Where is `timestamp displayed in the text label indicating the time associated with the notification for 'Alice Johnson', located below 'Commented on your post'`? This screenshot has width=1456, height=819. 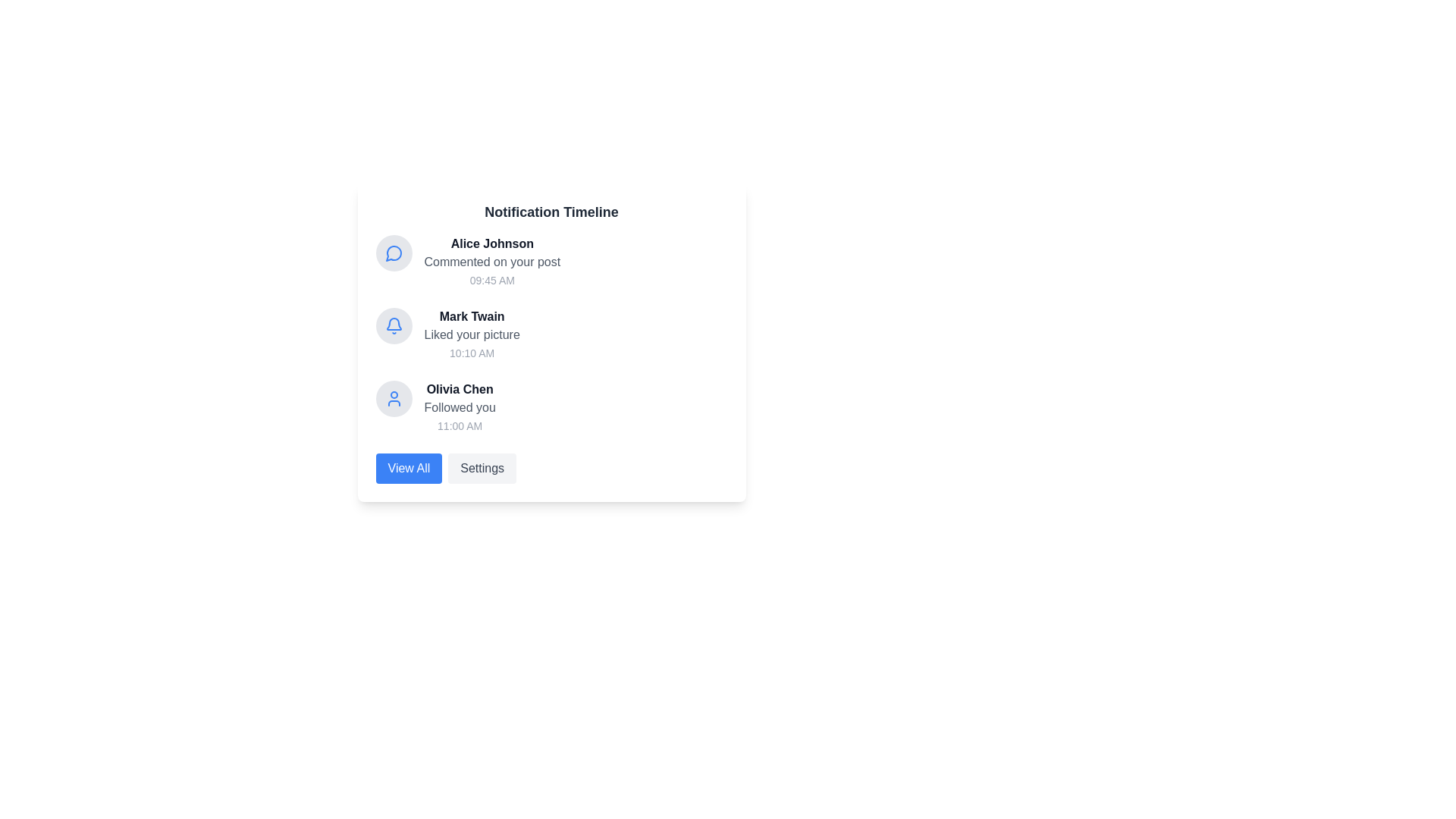
timestamp displayed in the text label indicating the time associated with the notification for 'Alice Johnson', located below 'Commented on your post' is located at coordinates (492, 281).